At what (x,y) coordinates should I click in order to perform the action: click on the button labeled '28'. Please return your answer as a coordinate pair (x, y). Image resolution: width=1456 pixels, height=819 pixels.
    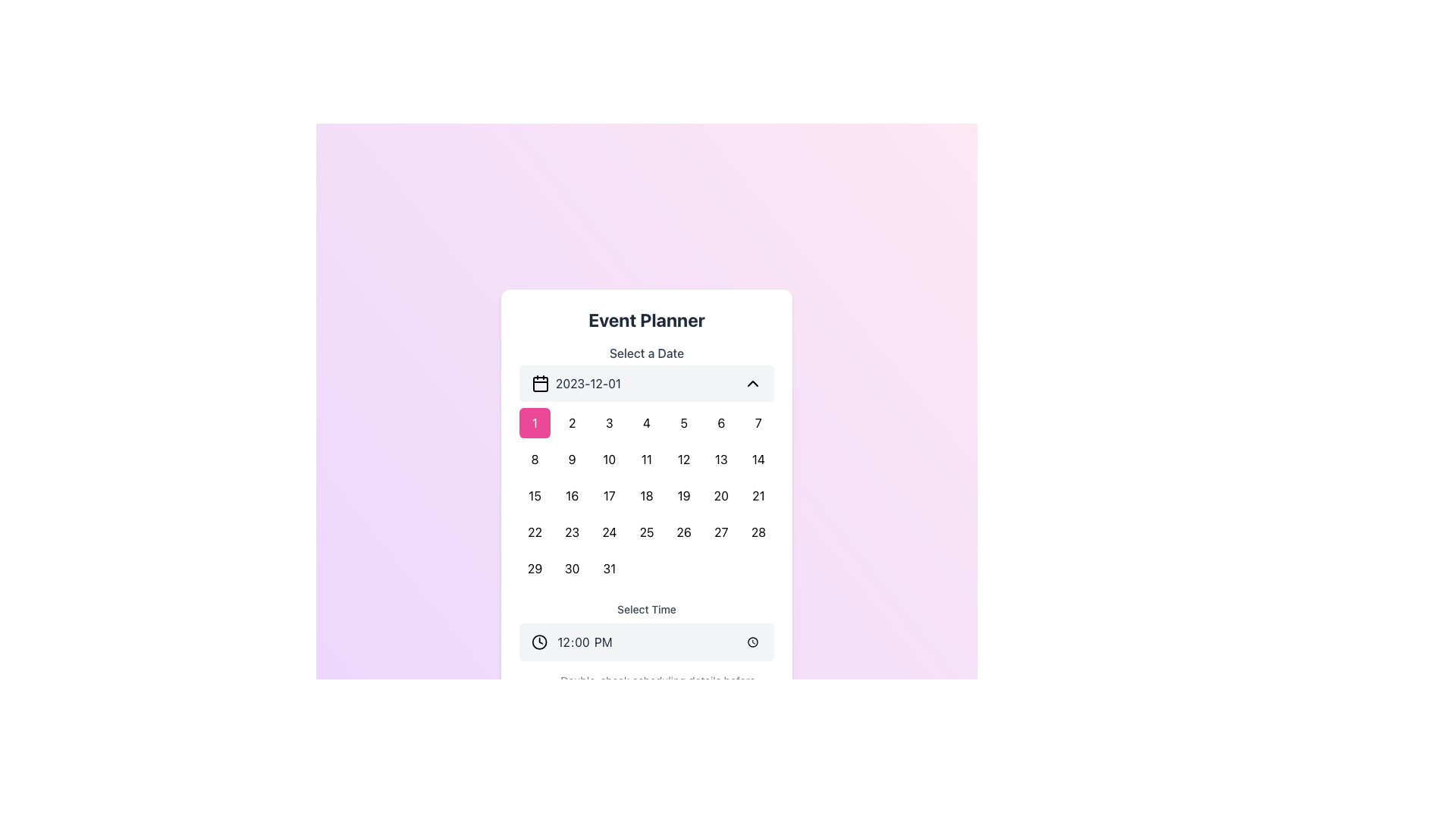
    Looking at the image, I should click on (758, 532).